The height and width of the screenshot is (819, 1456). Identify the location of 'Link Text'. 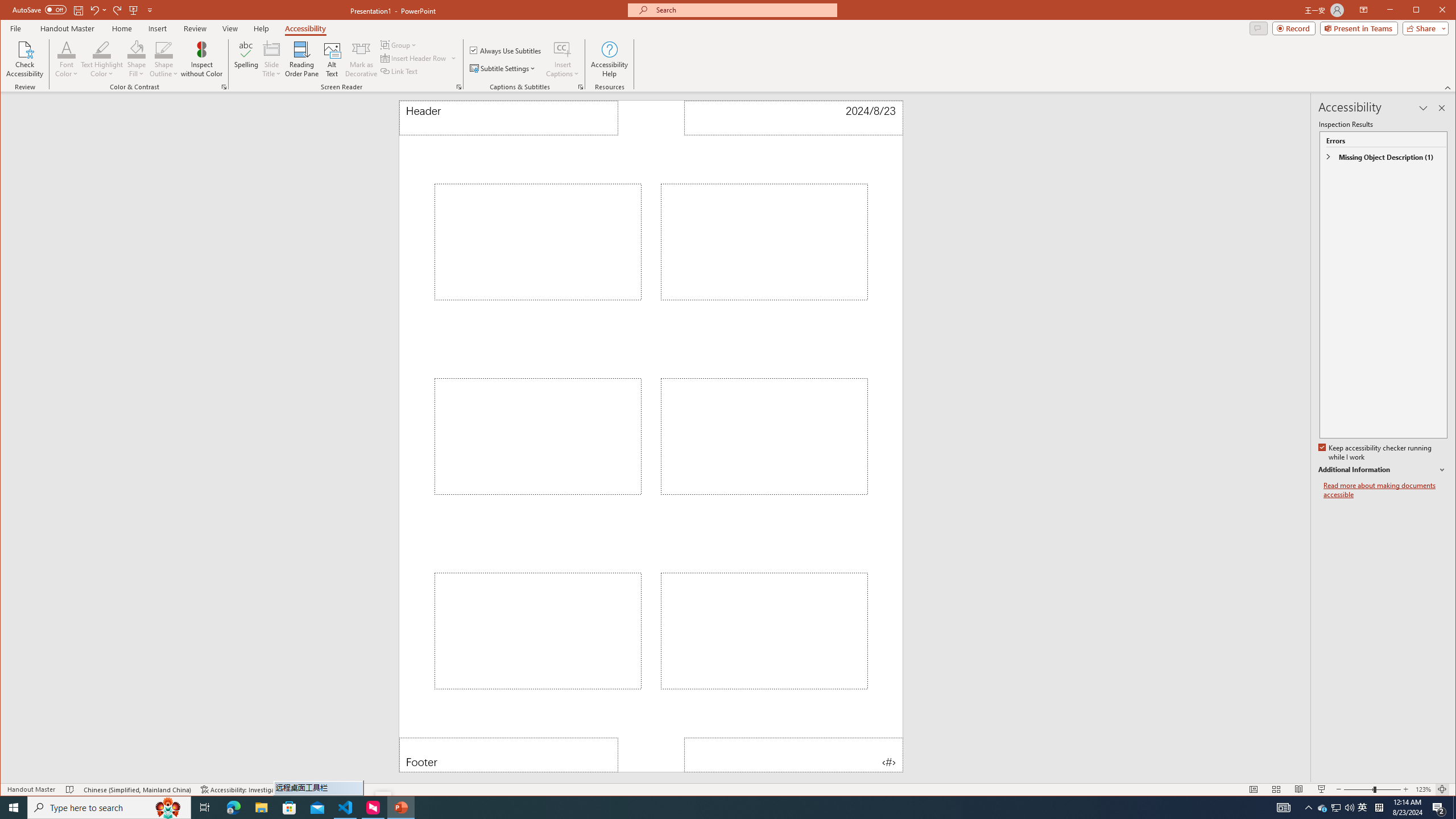
(399, 71).